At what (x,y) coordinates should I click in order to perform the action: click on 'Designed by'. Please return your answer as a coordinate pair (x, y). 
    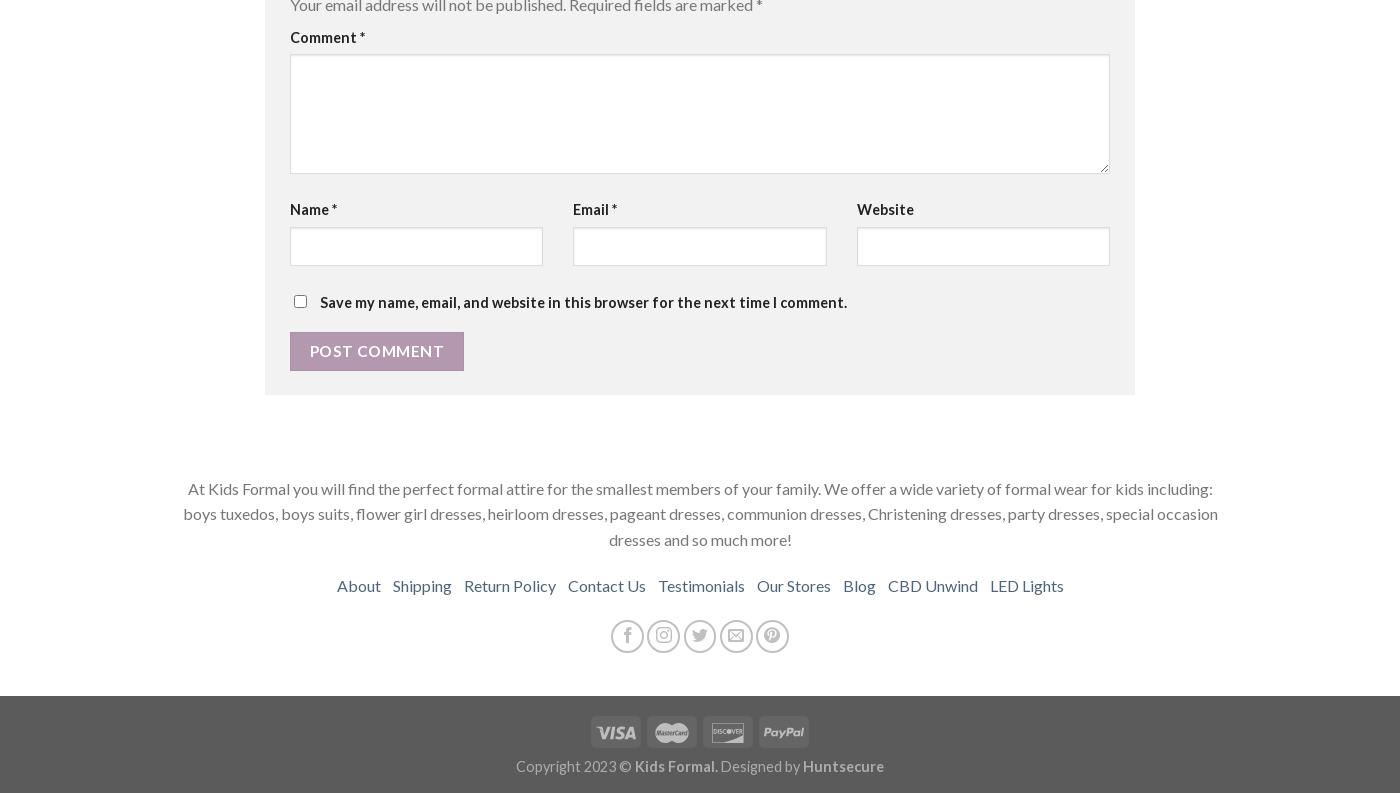
    Looking at the image, I should click on (759, 766).